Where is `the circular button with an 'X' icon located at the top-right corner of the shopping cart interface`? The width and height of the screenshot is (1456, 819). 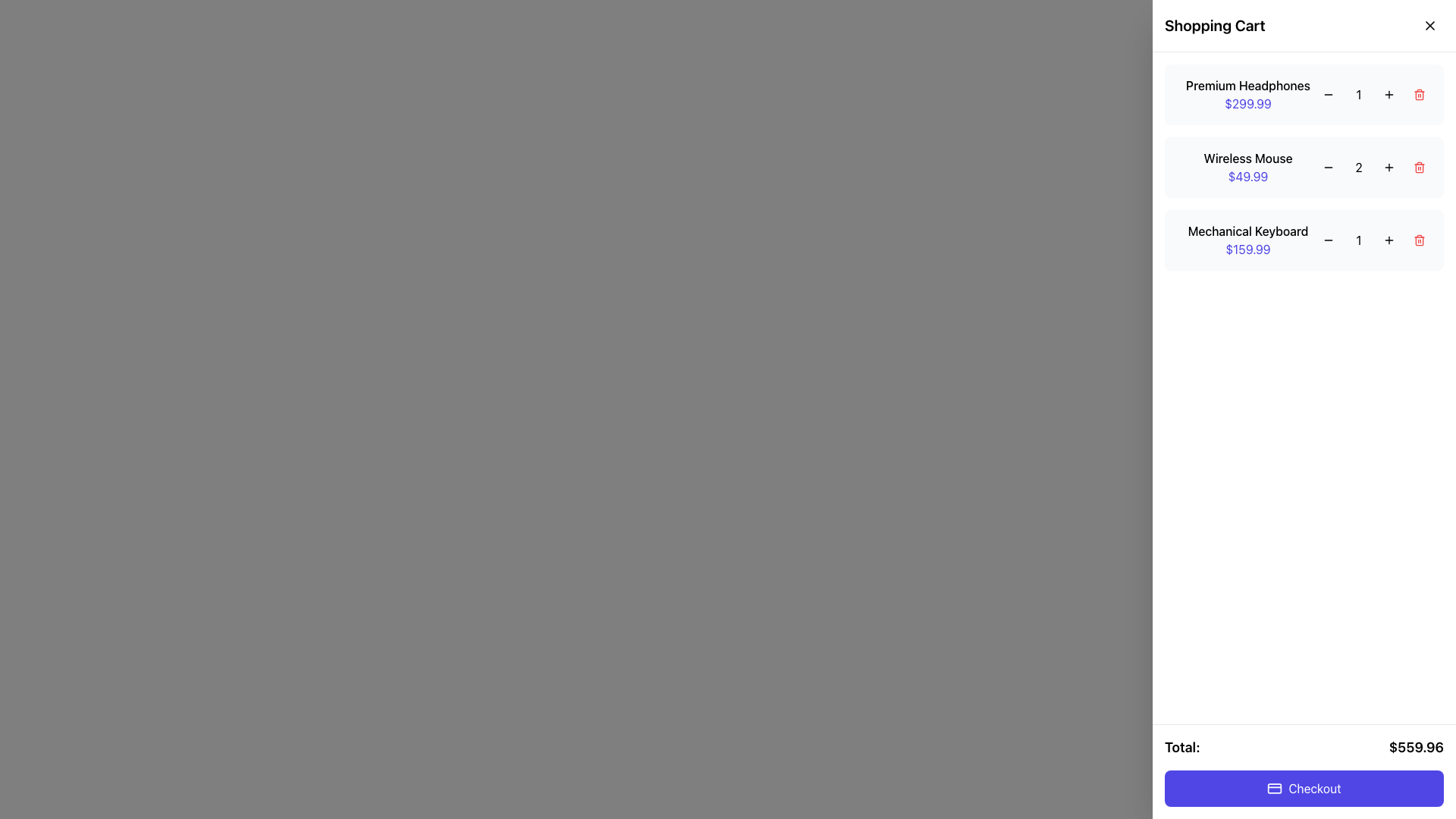 the circular button with an 'X' icon located at the top-right corner of the shopping cart interface is located at coordinates (1425, 30).